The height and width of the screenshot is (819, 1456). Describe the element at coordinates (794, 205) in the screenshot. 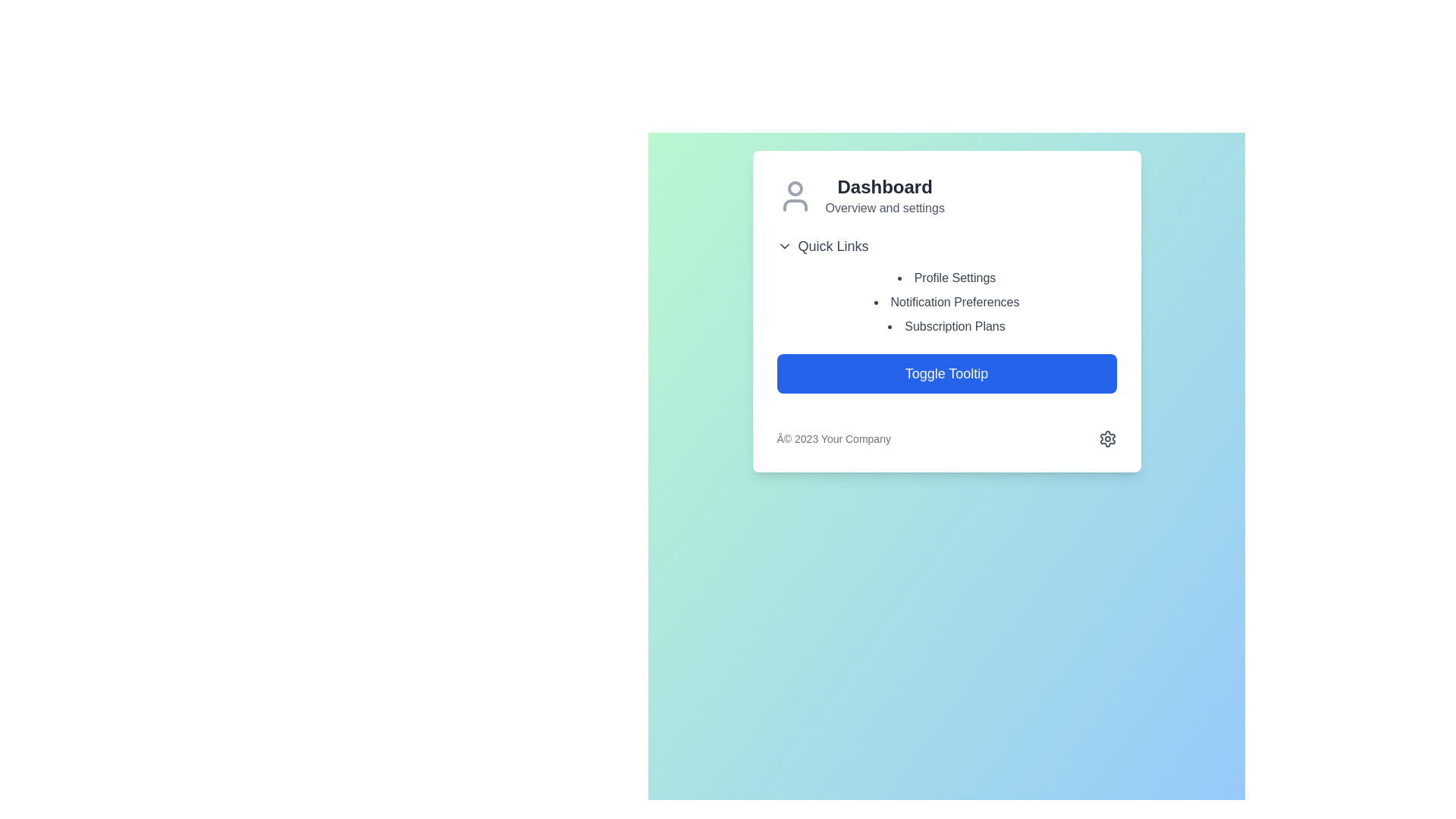

I see `the bottom part of the user icon in the SVG graphic located at the top left of the dashboard's header section` at that location.